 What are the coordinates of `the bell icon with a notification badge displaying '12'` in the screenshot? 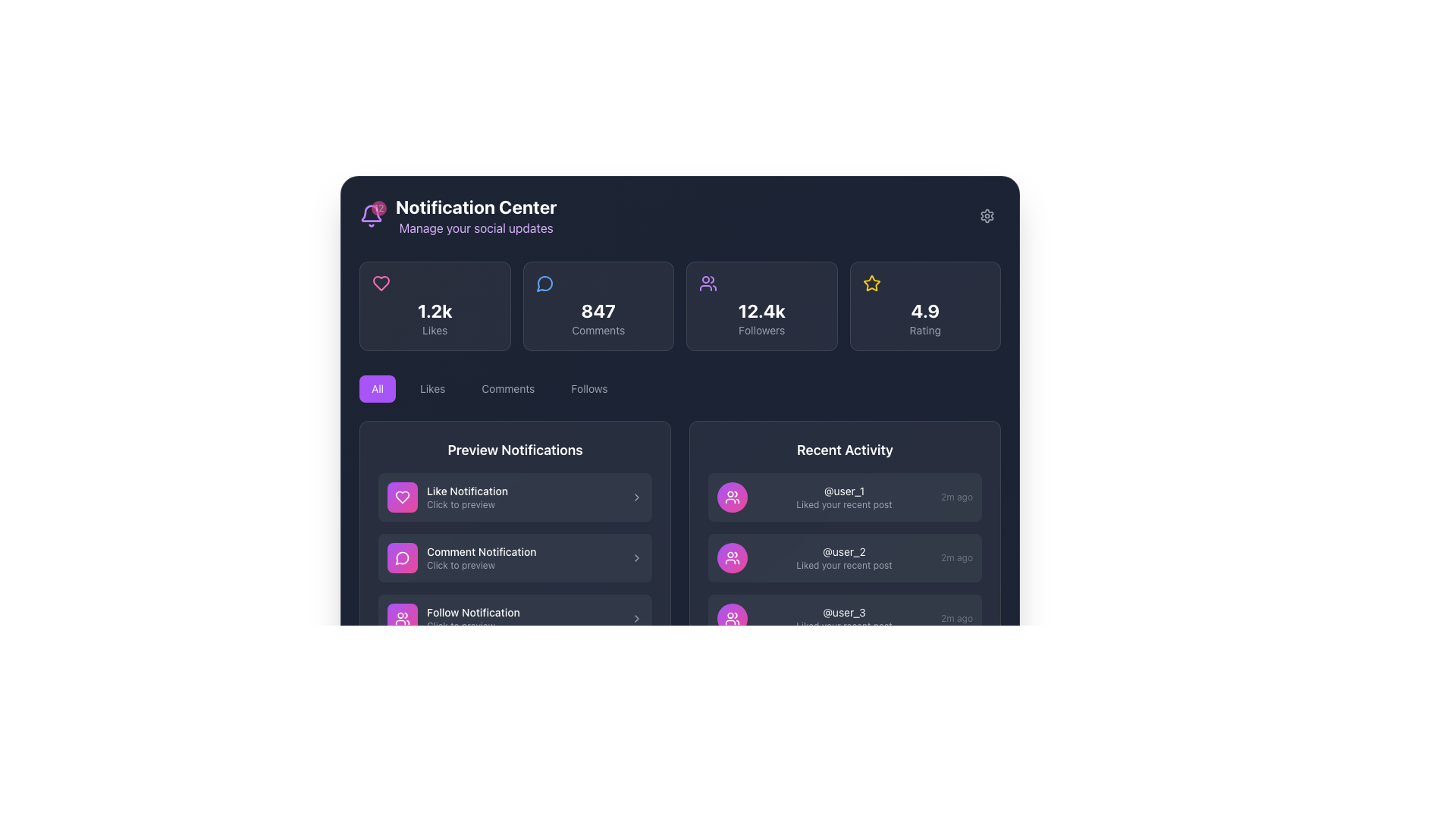 It's located at (371, 216).